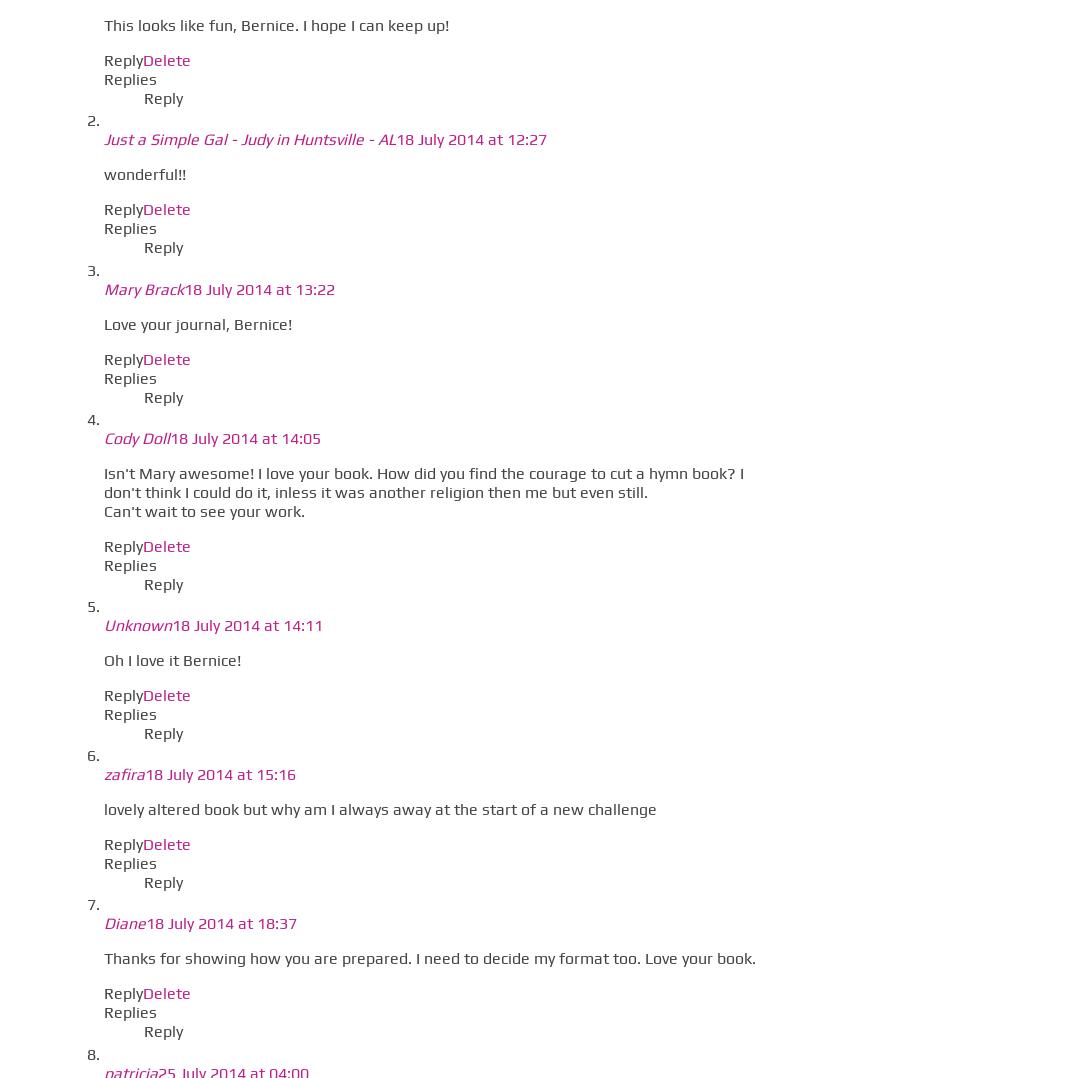 This screenshot has width=1067, height=1078. What do you see at coordinates (136, 623) in the screenshot?
I see `'Unknown'` at bounding box center [136, 623].